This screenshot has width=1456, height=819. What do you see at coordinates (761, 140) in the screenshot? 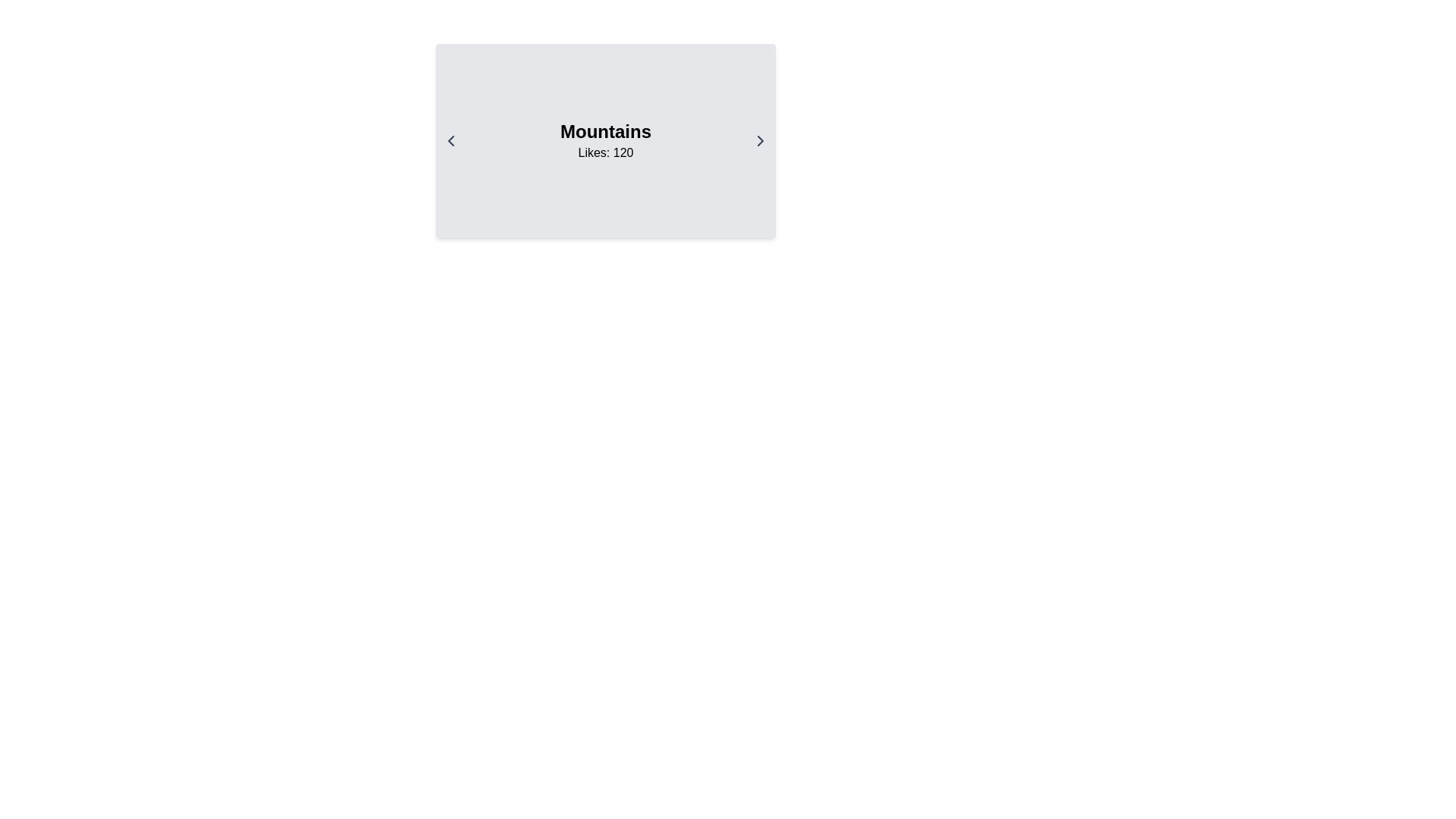
I see `the chevron right icon located at the top right corner of the card titled 'Mountains'` at bounding box center [761, 140].